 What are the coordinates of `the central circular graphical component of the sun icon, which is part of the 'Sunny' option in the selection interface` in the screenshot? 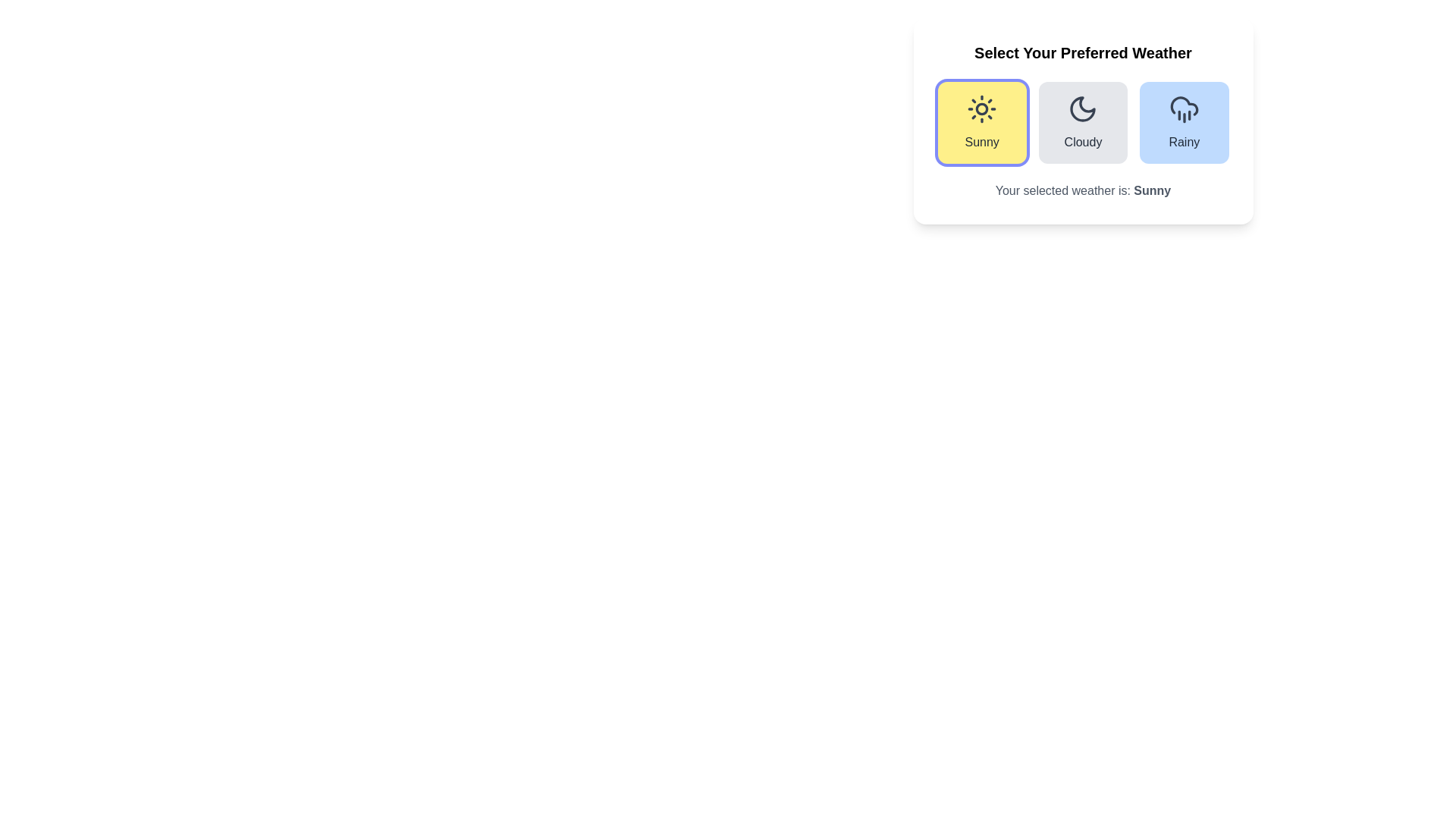 It's located at (982, 108).